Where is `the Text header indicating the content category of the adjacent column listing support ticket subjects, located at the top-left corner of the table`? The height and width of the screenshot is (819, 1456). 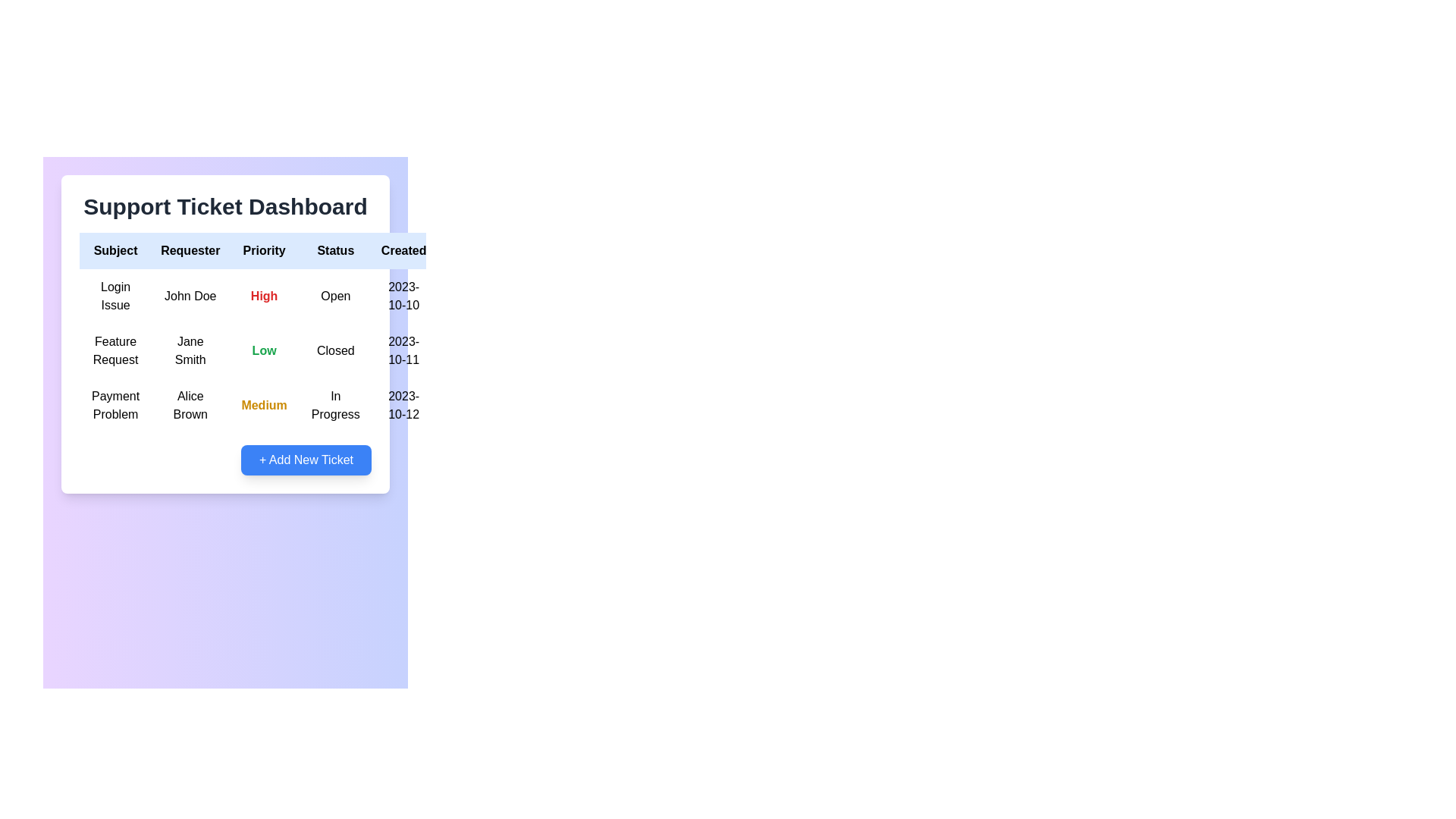 the Text header indicating the content category of the adjacent column listing support ticket subjects, located at the top-left corner of the table is located at coordinates (115, 250).